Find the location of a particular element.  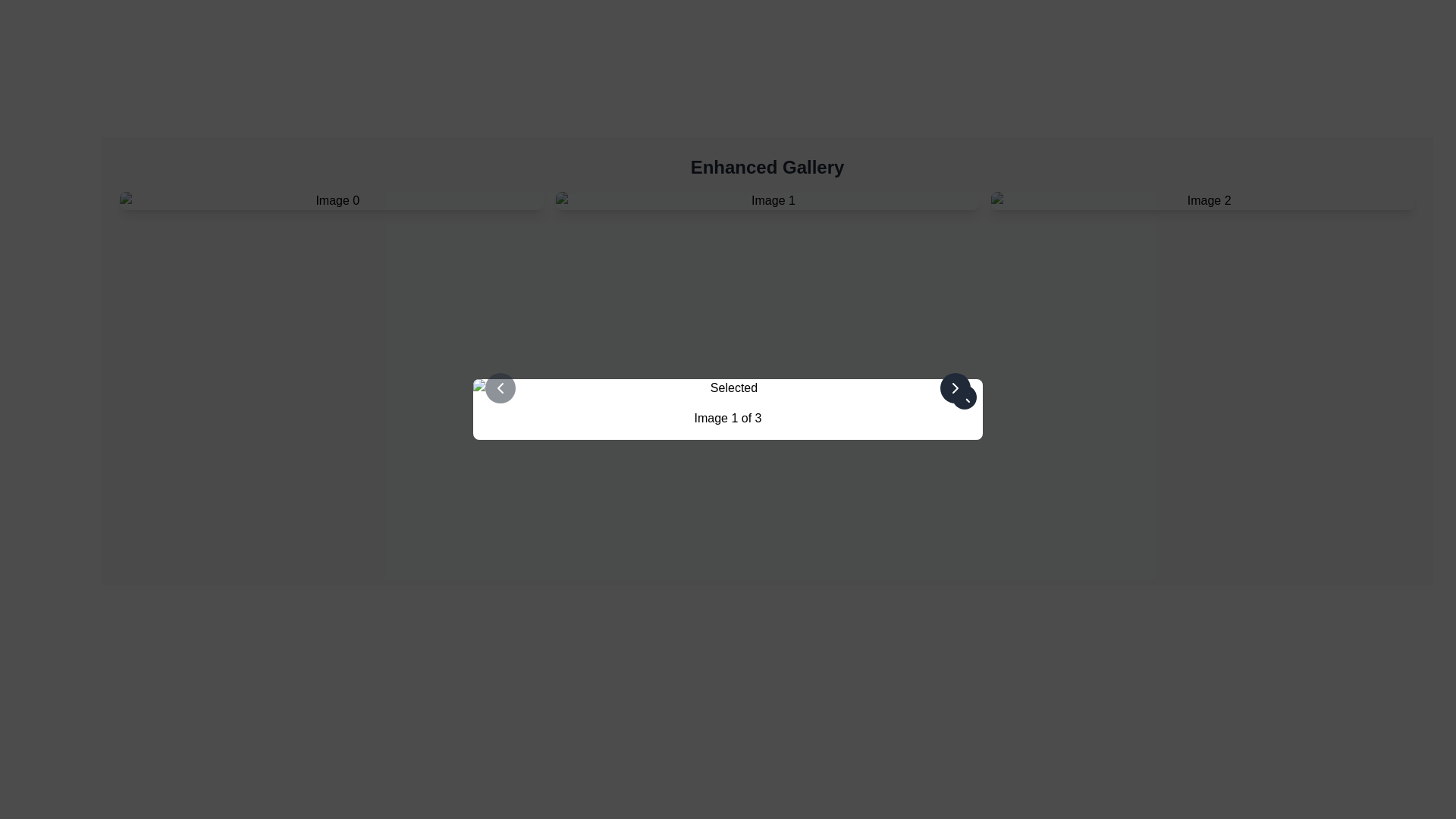

the chevron icon button located at the rightmost side of the navigational footer is located at coordinates (954, 388).